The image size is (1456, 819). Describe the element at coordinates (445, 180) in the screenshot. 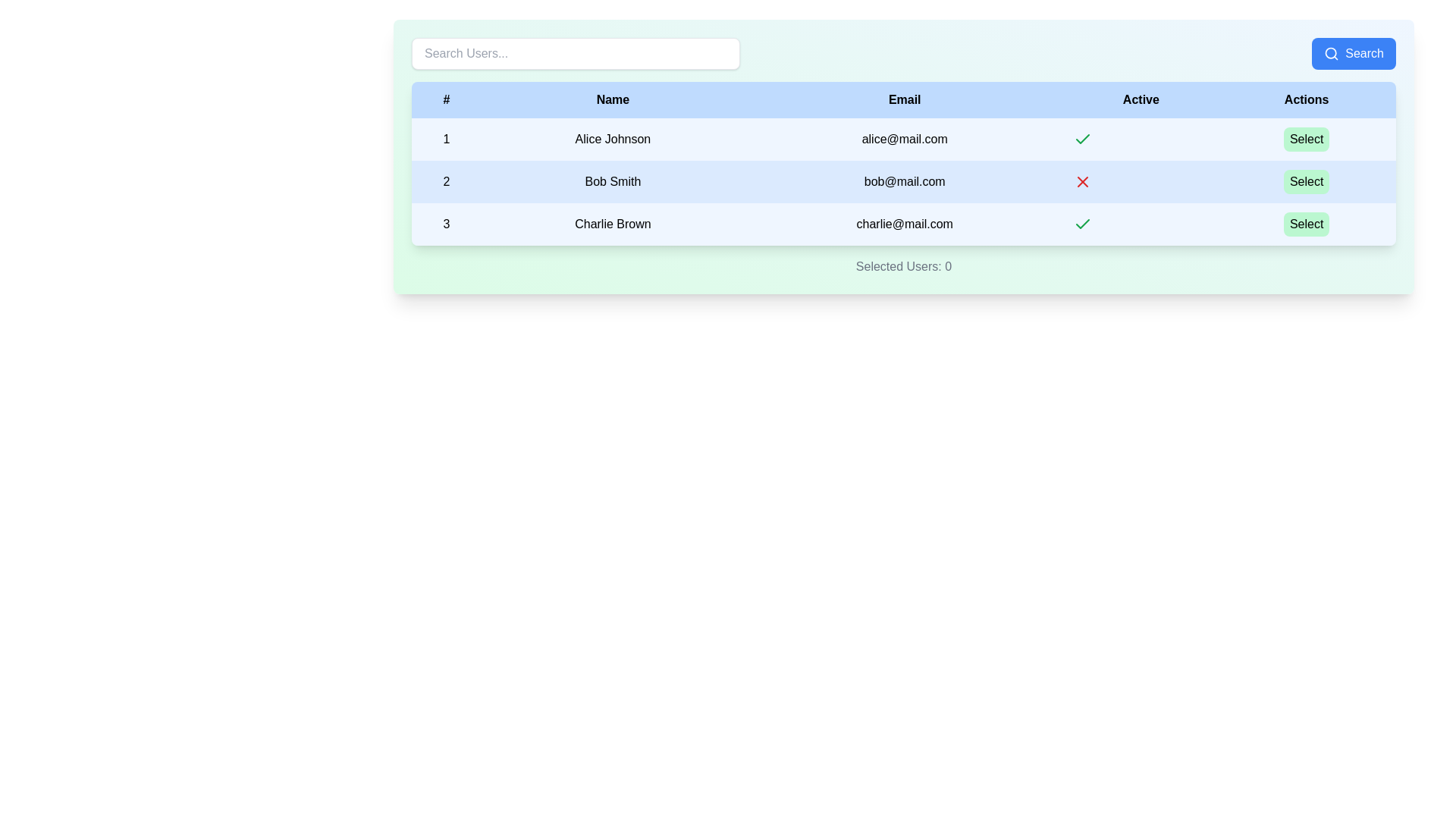

I see `the text element displaying the value '2' in the '# (Number)' column, which is aligned with the record for 'Bob Smith, bob@mail.com'` at that location.